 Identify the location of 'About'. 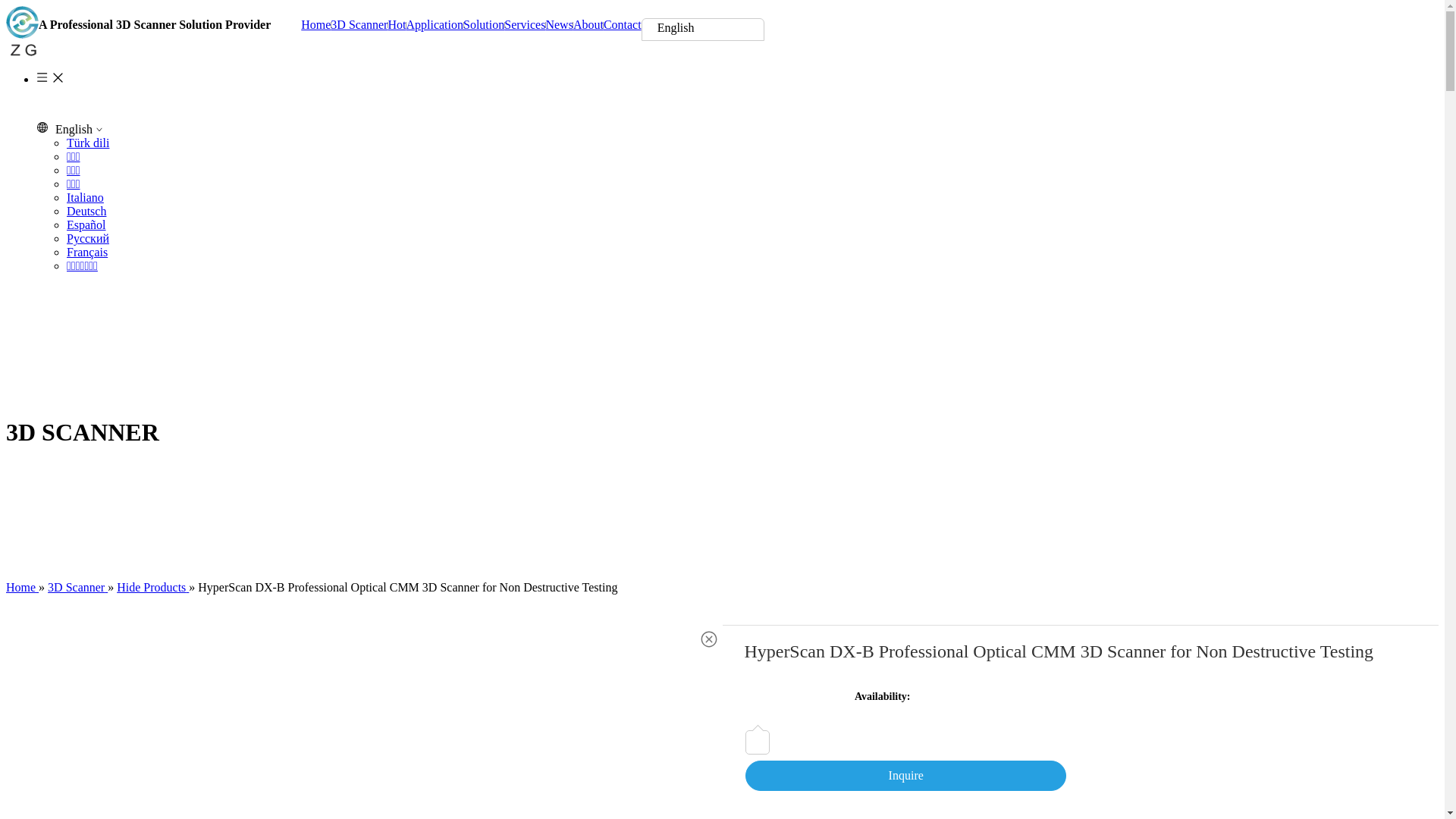
(588, 25).